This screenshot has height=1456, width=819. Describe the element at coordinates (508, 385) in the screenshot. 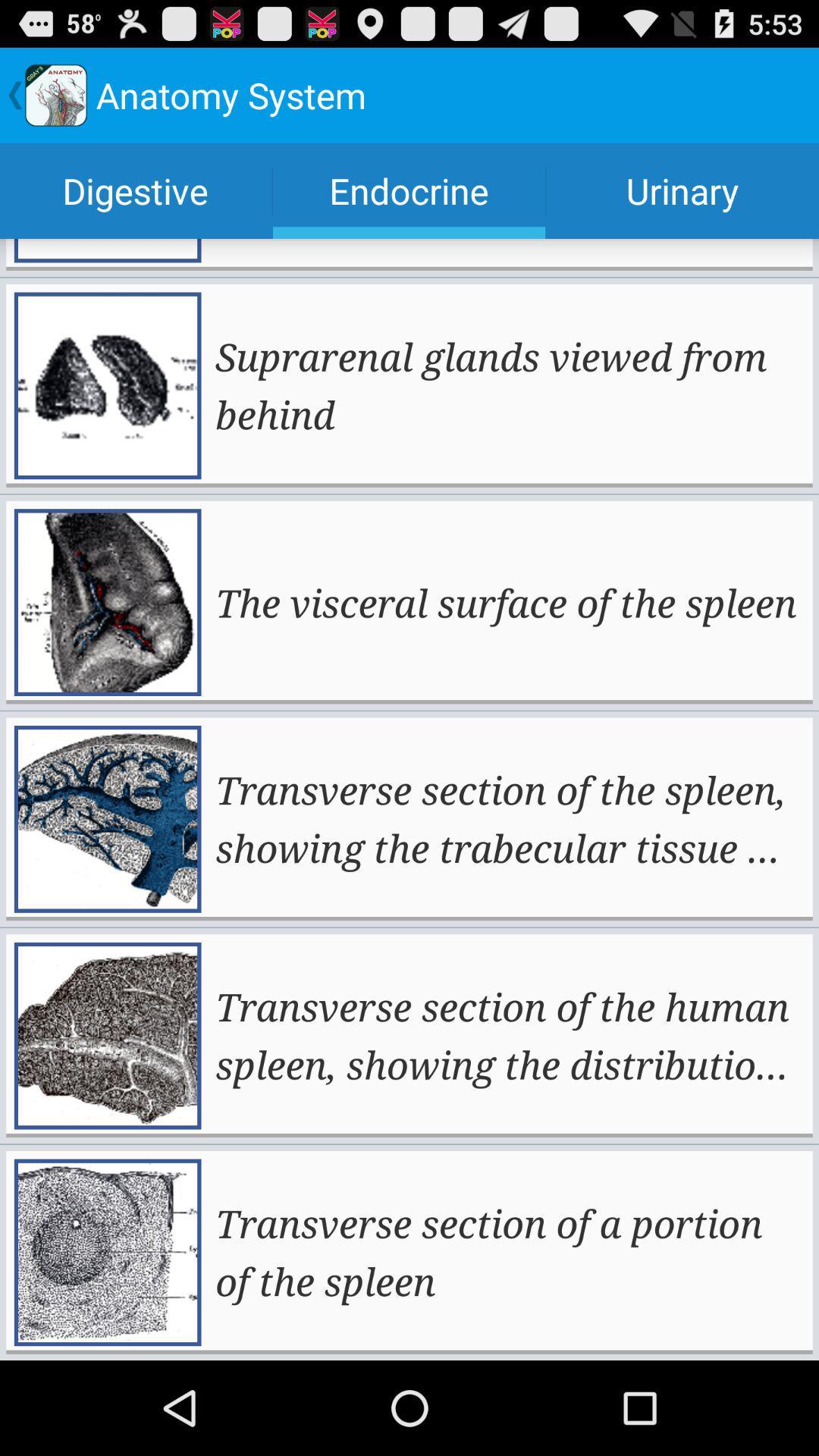

I see `the item above the visceral surface` at that location.